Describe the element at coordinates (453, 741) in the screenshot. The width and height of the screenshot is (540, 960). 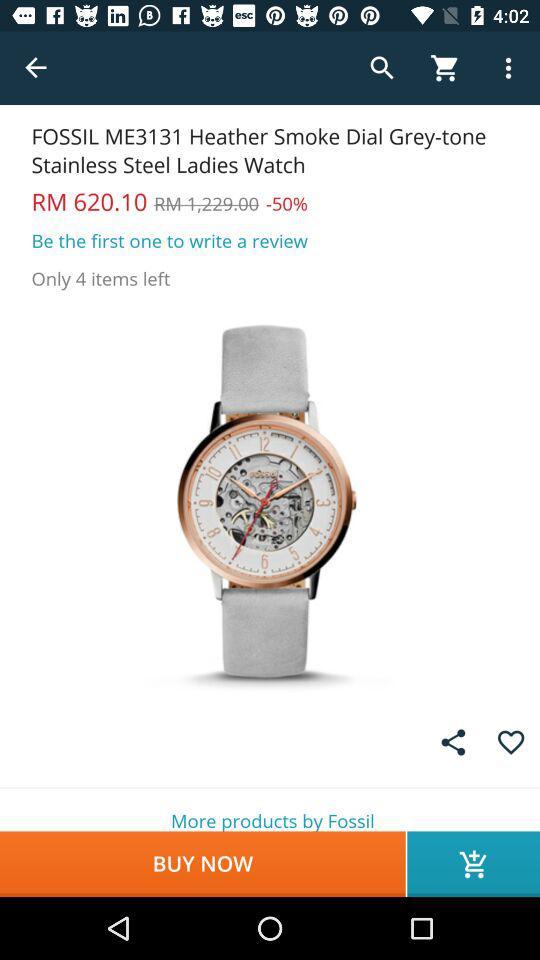
I see `share symbol which is before favorites` at that location.